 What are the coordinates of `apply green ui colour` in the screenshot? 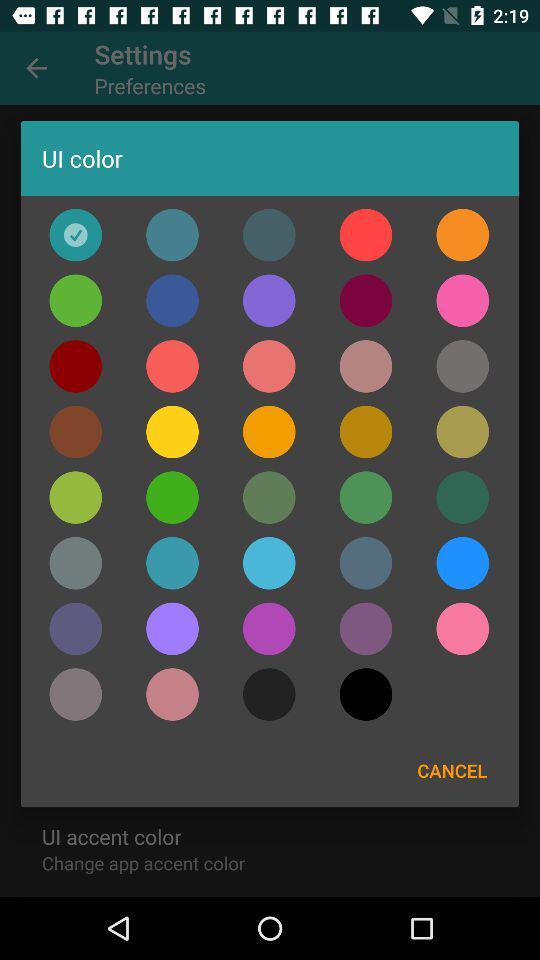 It's located at (74, 299).